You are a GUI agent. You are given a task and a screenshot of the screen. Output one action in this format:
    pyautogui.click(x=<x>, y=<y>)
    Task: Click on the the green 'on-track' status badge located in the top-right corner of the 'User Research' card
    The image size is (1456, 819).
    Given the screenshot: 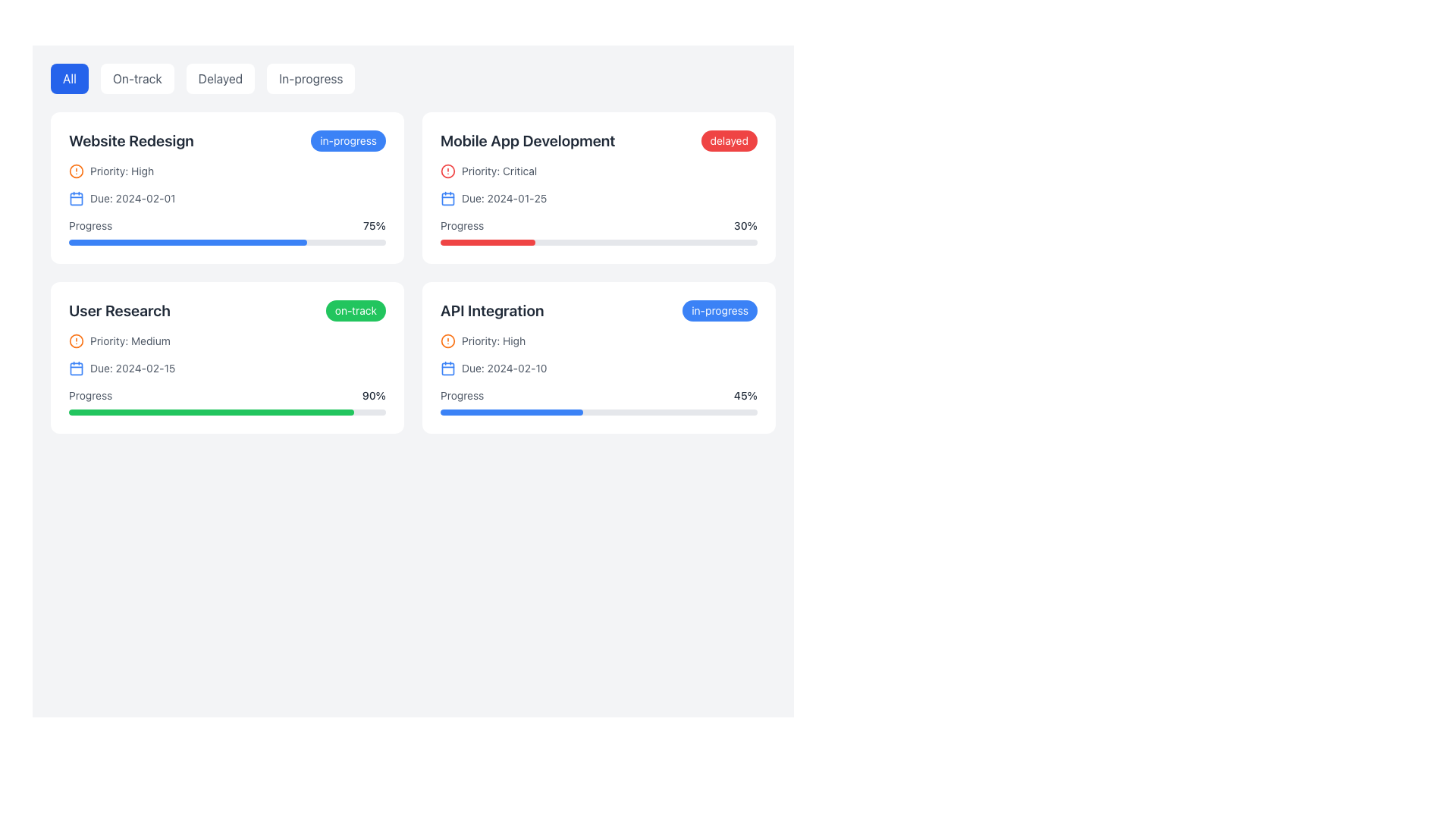 What is the action you would take?
    pyautogui.click(x=355, y=309)
    